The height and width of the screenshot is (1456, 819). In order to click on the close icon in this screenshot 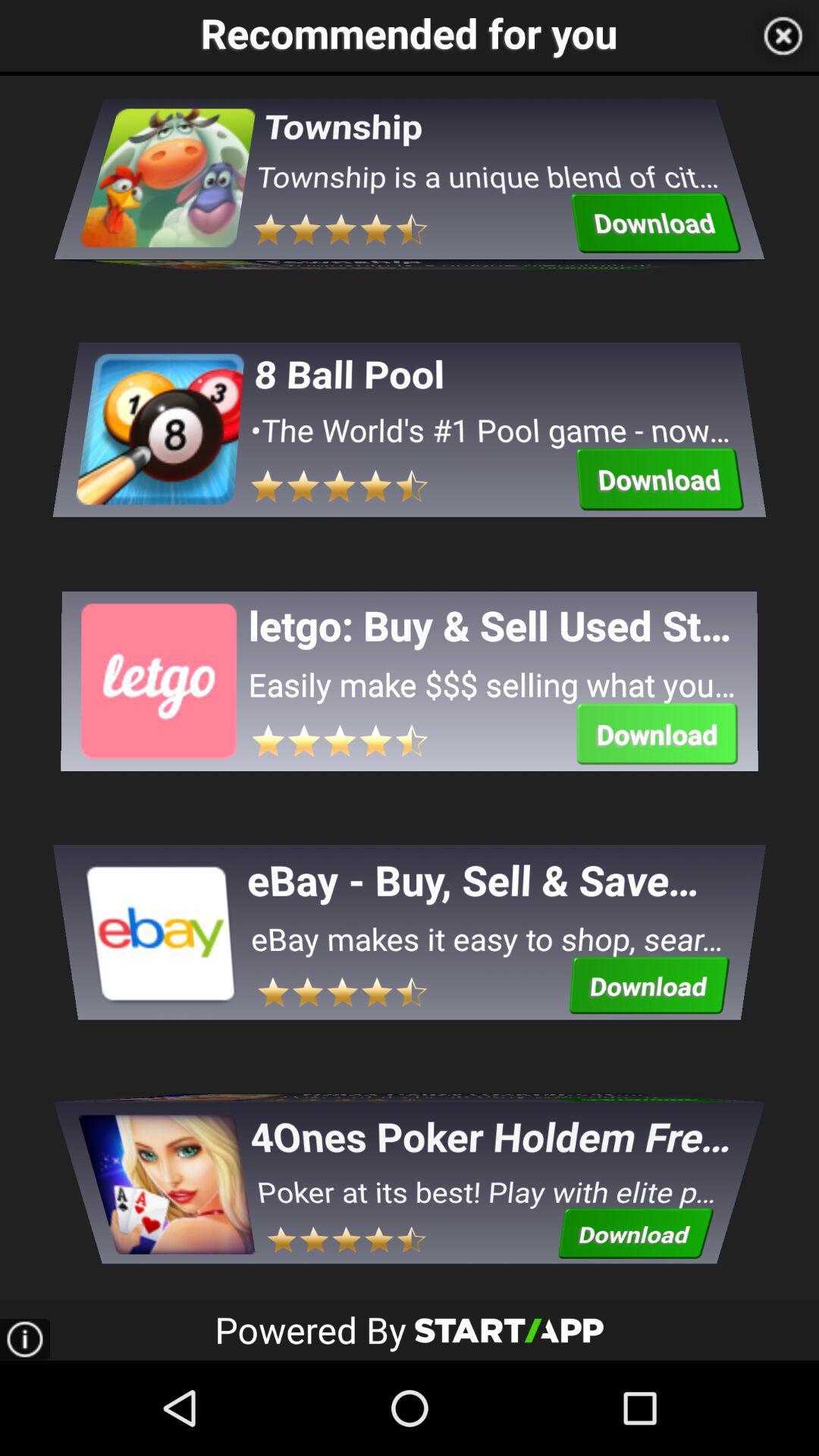, I will do `click(783, 38)`.